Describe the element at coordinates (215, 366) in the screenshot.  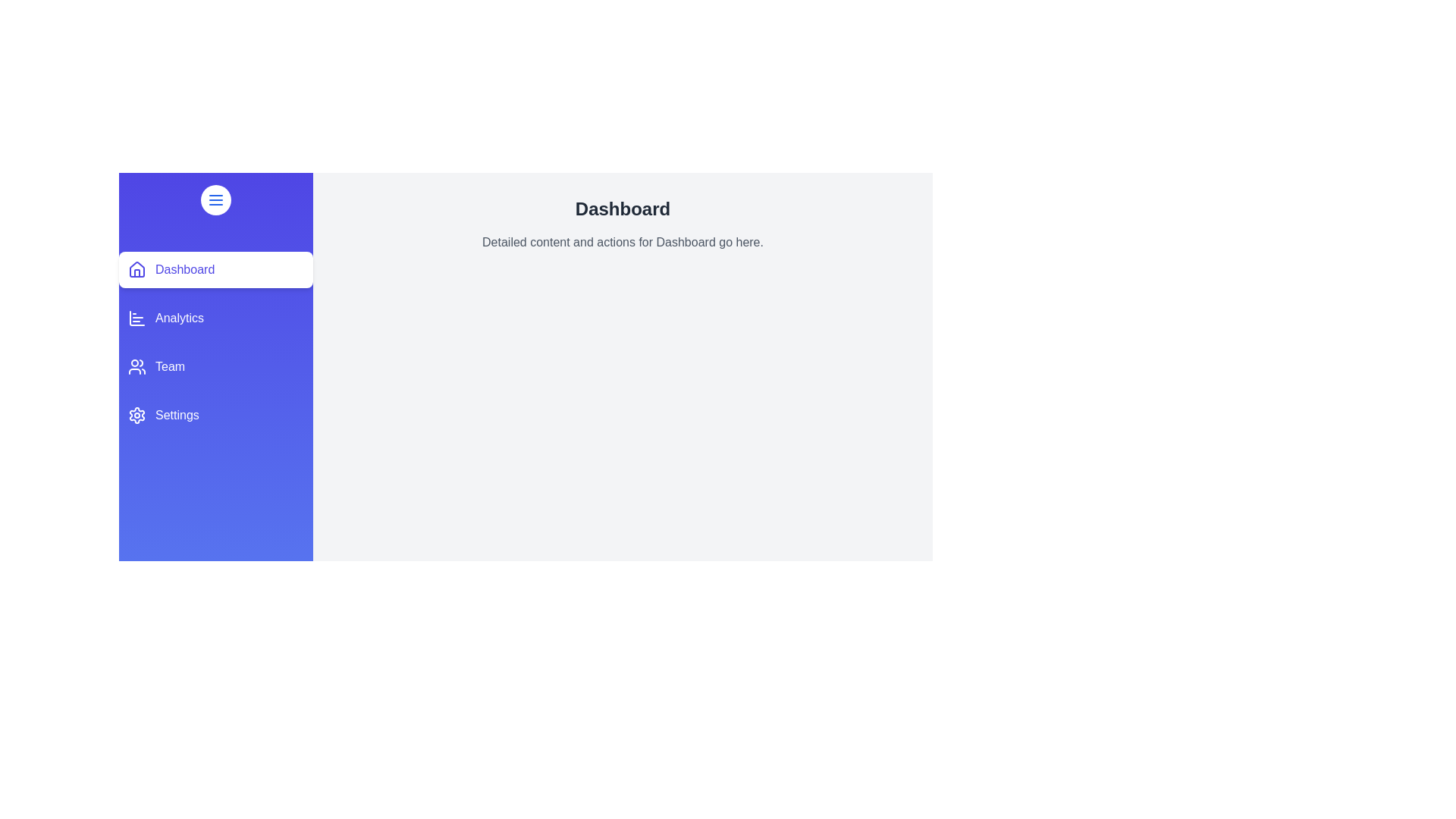
I see `the menu item Team to observe visual feedback` at that location.